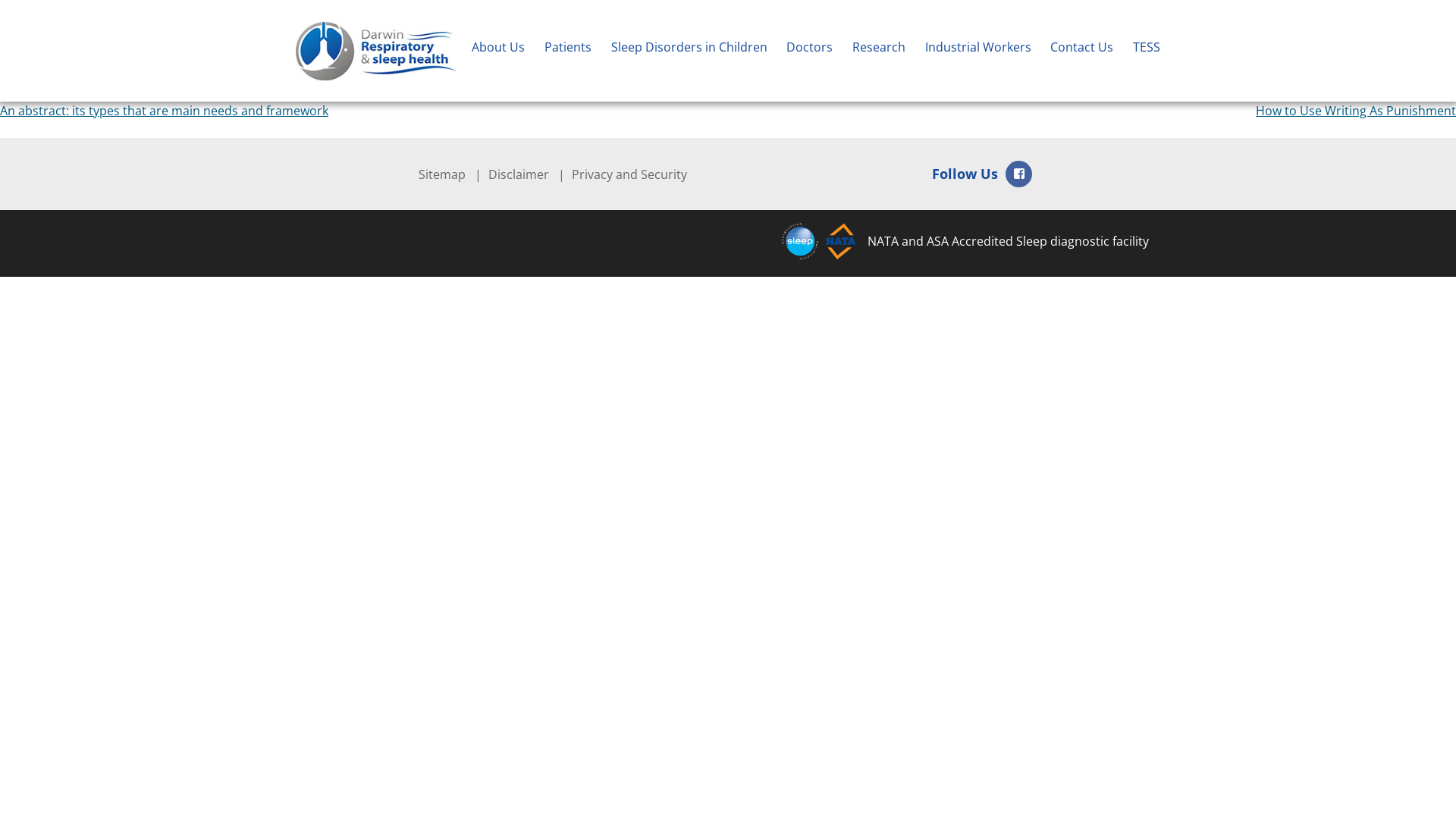 This screenshot has height=819, width=1456. Describe the element at coordinates (566, 49) in the screenshot. I see `'Patients'` at that location.